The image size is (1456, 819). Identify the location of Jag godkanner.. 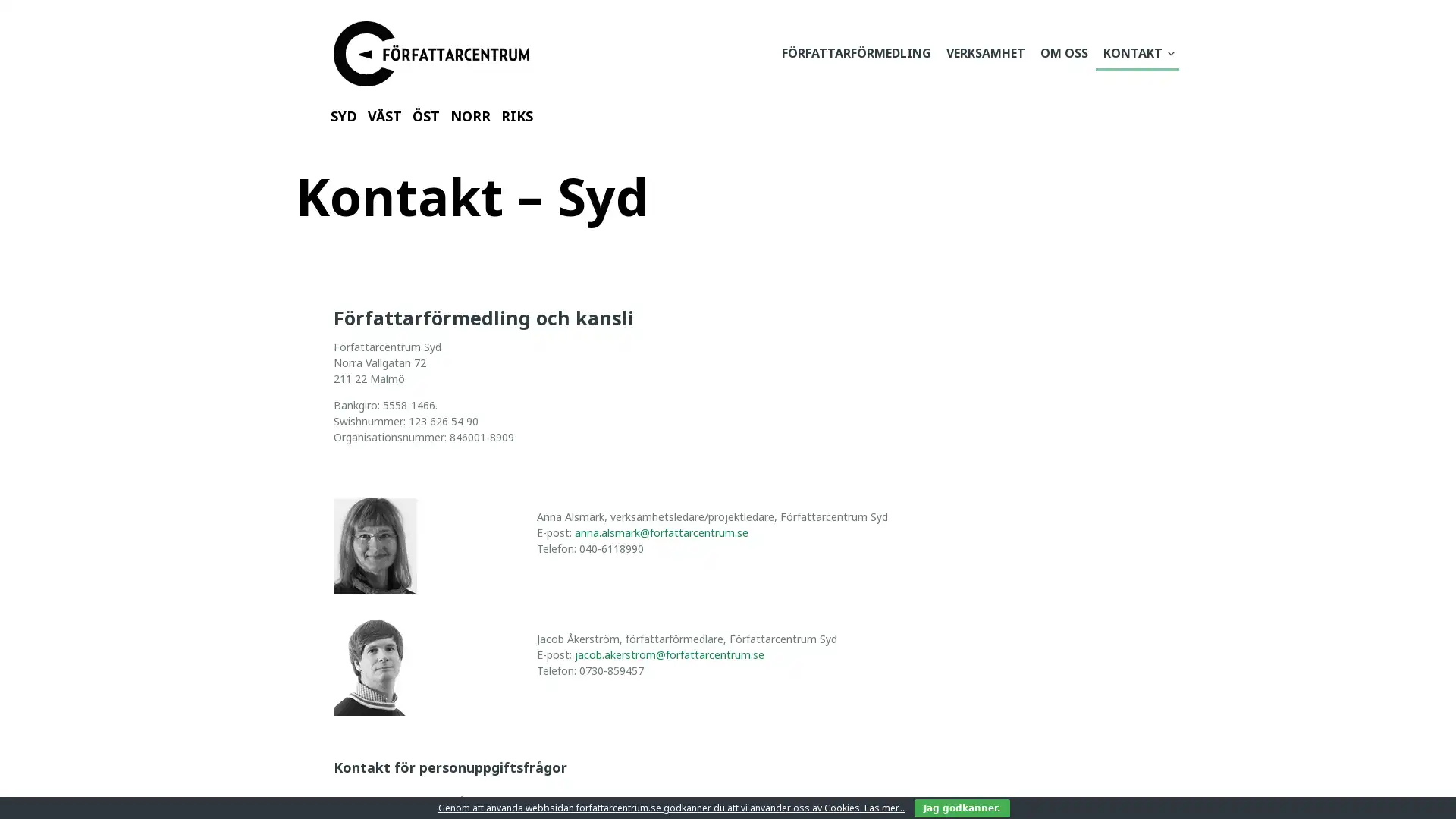
(961, 807).